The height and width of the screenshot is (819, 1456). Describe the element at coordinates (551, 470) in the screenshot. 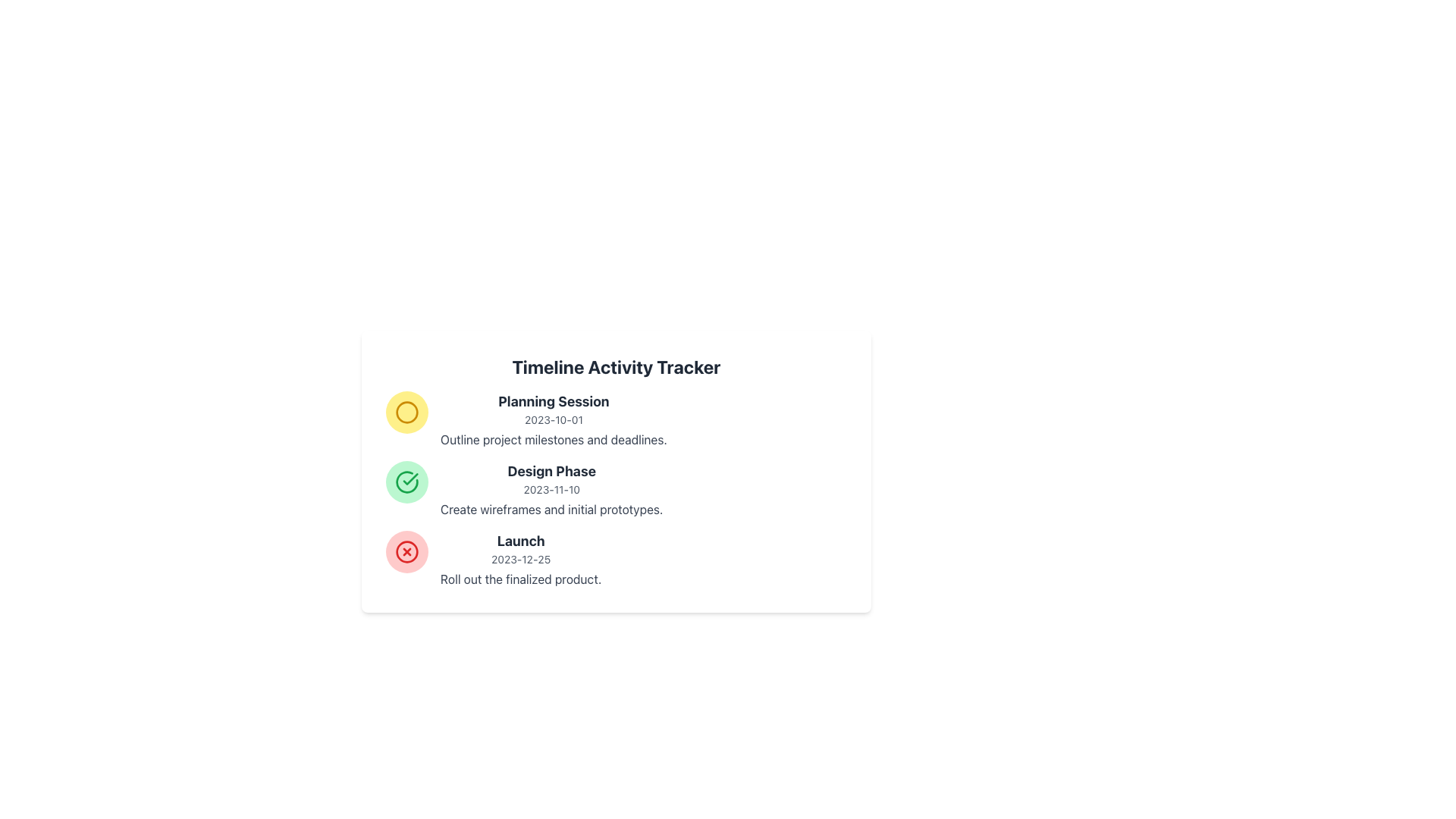

I see `the header text label indicating the specific stage in the project timeline` at that location.